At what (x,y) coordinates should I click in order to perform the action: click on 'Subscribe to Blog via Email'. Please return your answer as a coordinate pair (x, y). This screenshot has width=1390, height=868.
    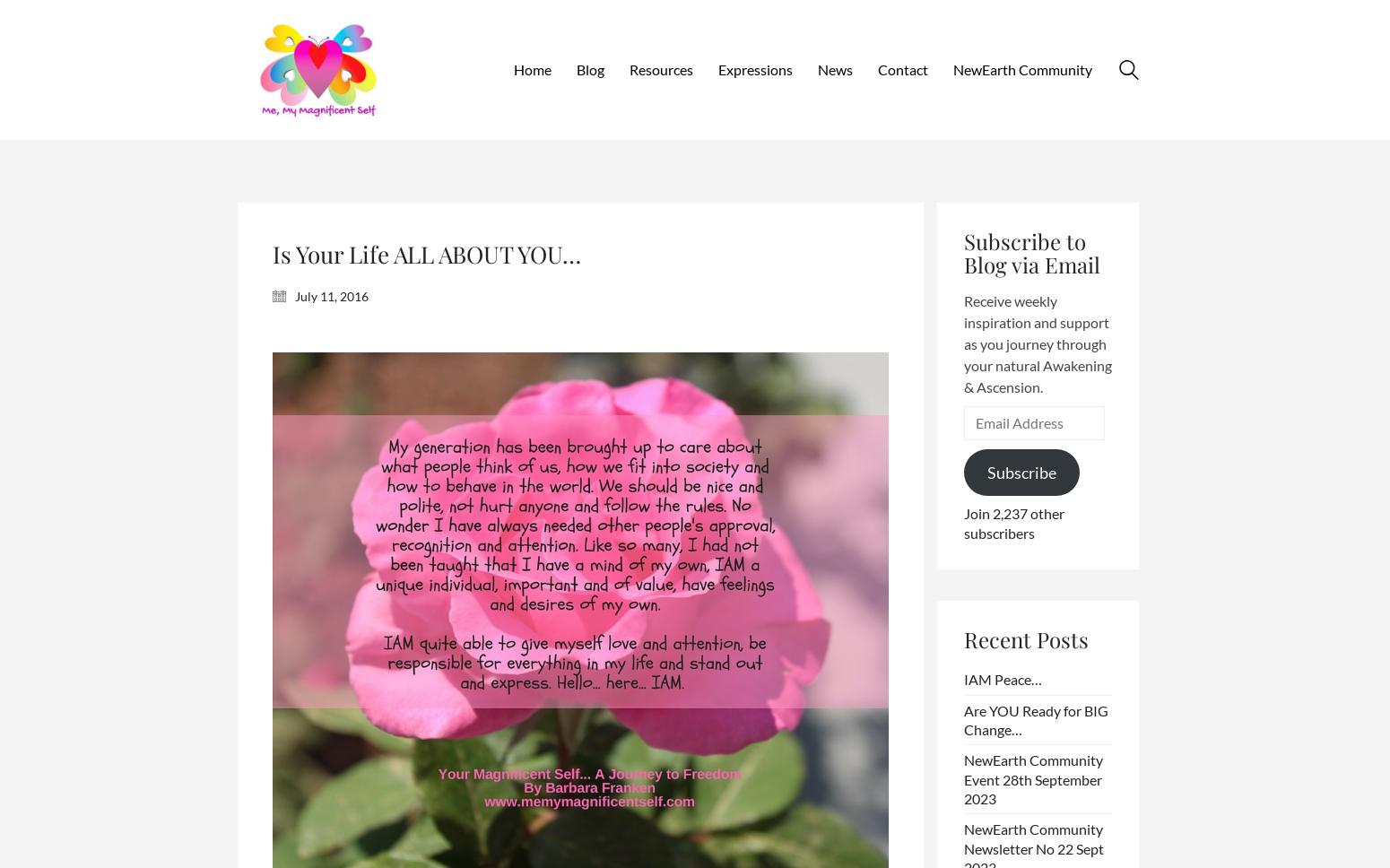
    Looking at the image, I should click on (1031, 252).